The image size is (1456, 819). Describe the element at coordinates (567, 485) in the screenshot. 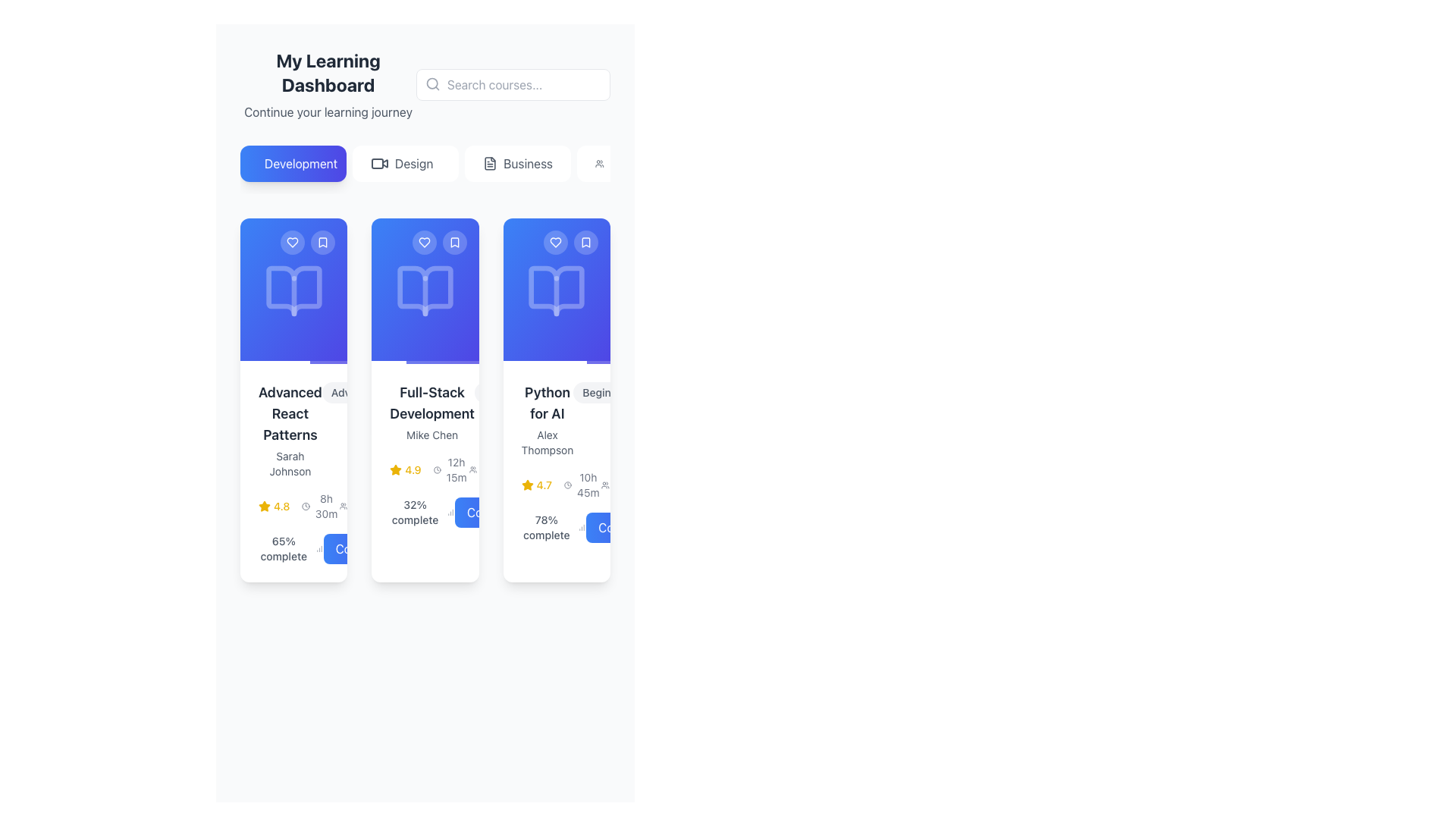

I see `the SVG icon representing the concept of time, located to the left of the text '10h 45m' in the 'Python for AI' course card` at that location.